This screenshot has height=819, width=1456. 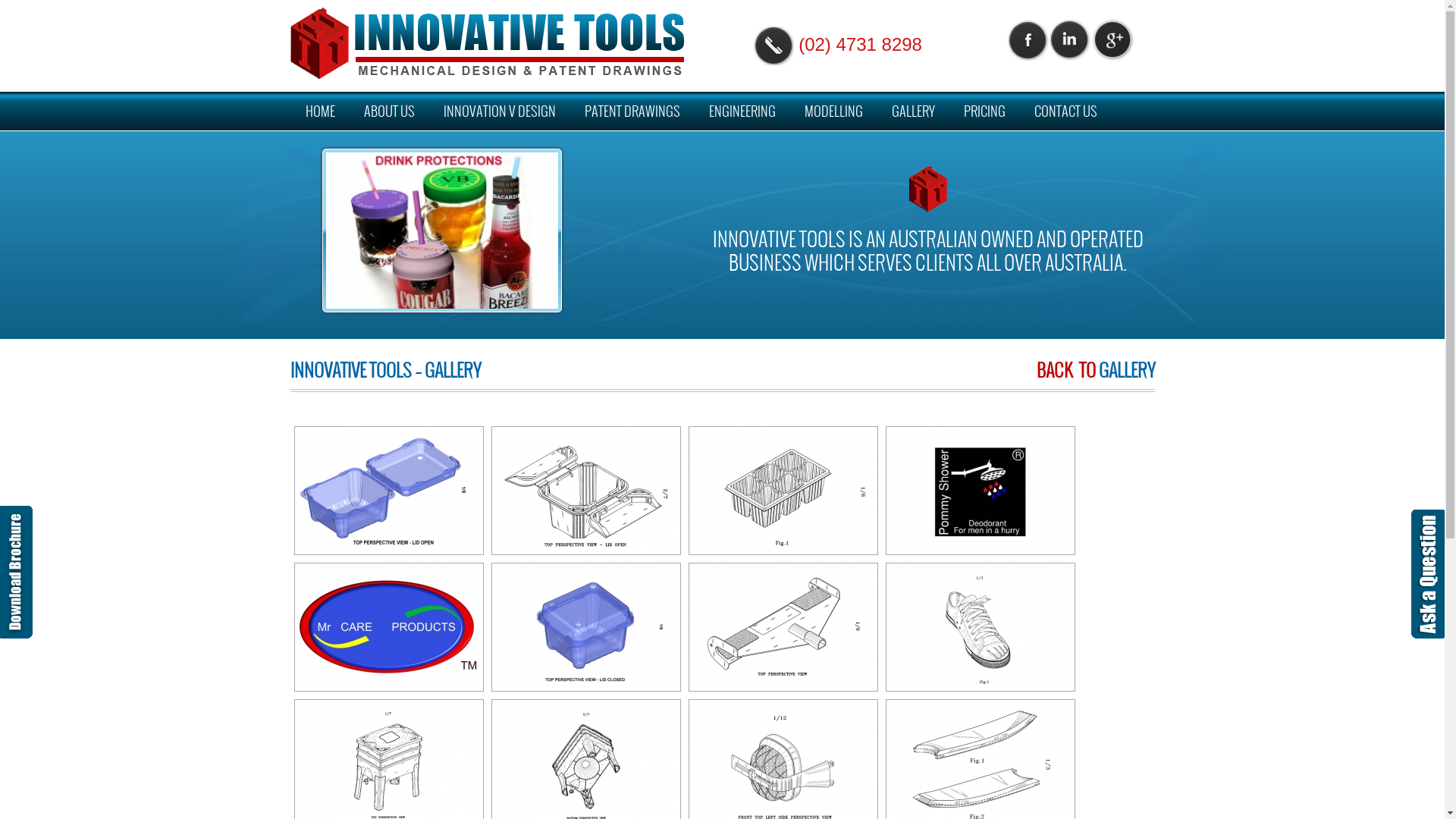 What do you see at coordinates (1070, 39) in the screenshot?
I see `'Linkedin'` at bounding box center [1070, 39].